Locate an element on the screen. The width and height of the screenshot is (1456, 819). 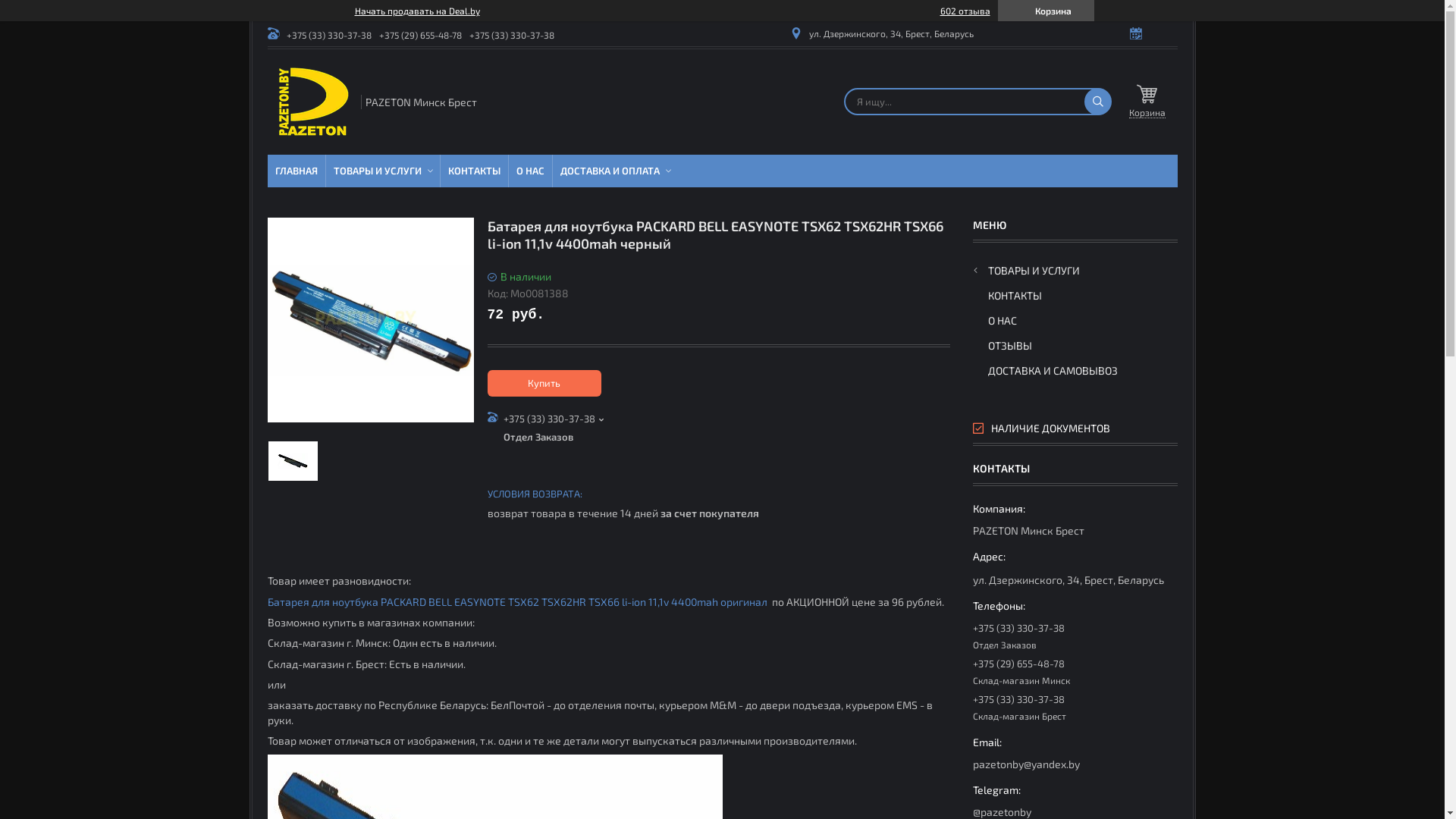
'pazetonby@yandex.by' is located at coordinates (1073, 752).